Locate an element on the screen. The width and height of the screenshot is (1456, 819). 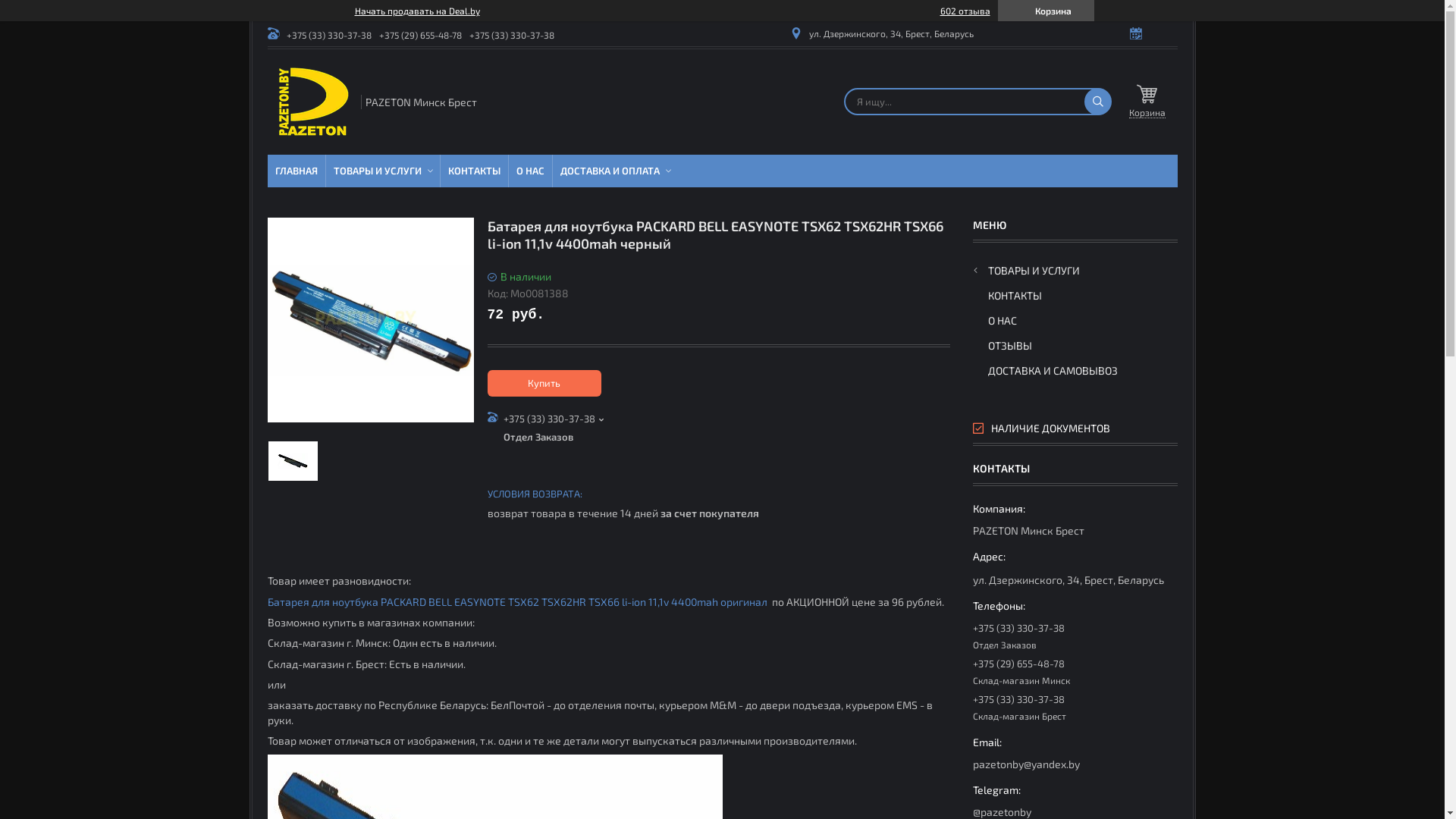
'pazetonby@yandex.by' is located at coordinates (1073, 752).